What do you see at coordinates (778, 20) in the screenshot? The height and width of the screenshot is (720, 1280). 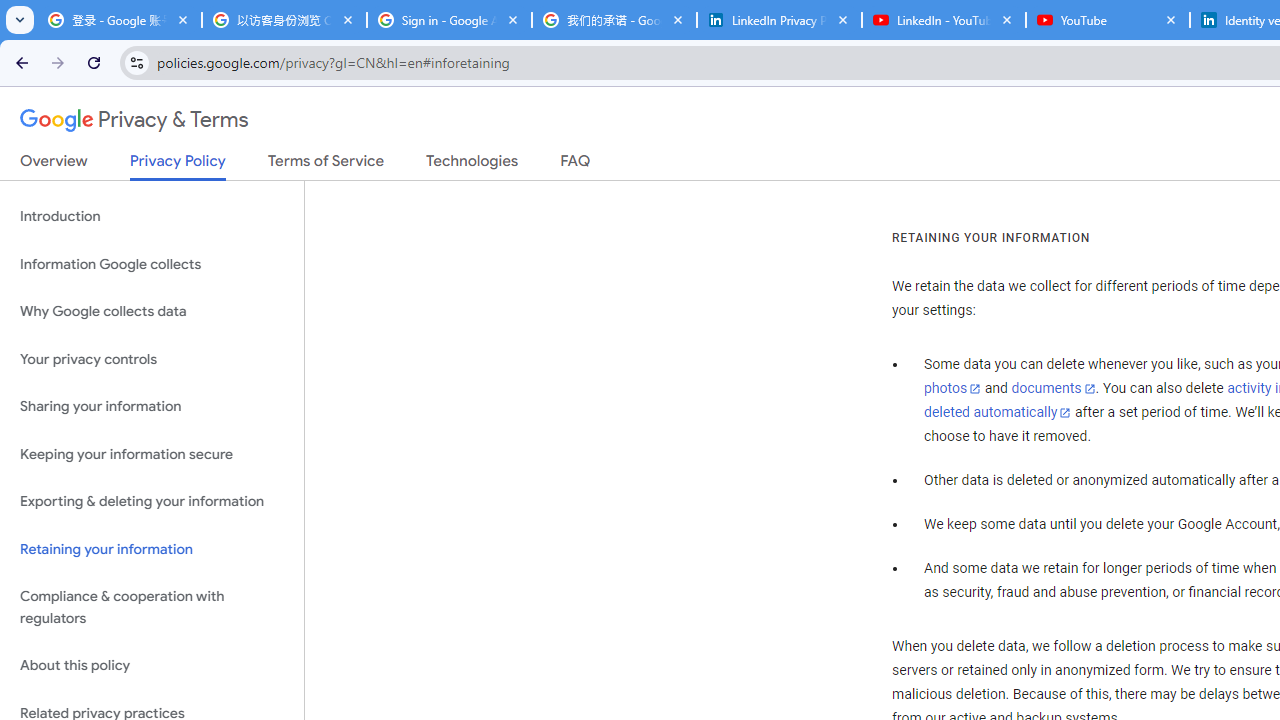 I see `'LinkedIn Privacy Policy'` at bounding box center [778, 20].